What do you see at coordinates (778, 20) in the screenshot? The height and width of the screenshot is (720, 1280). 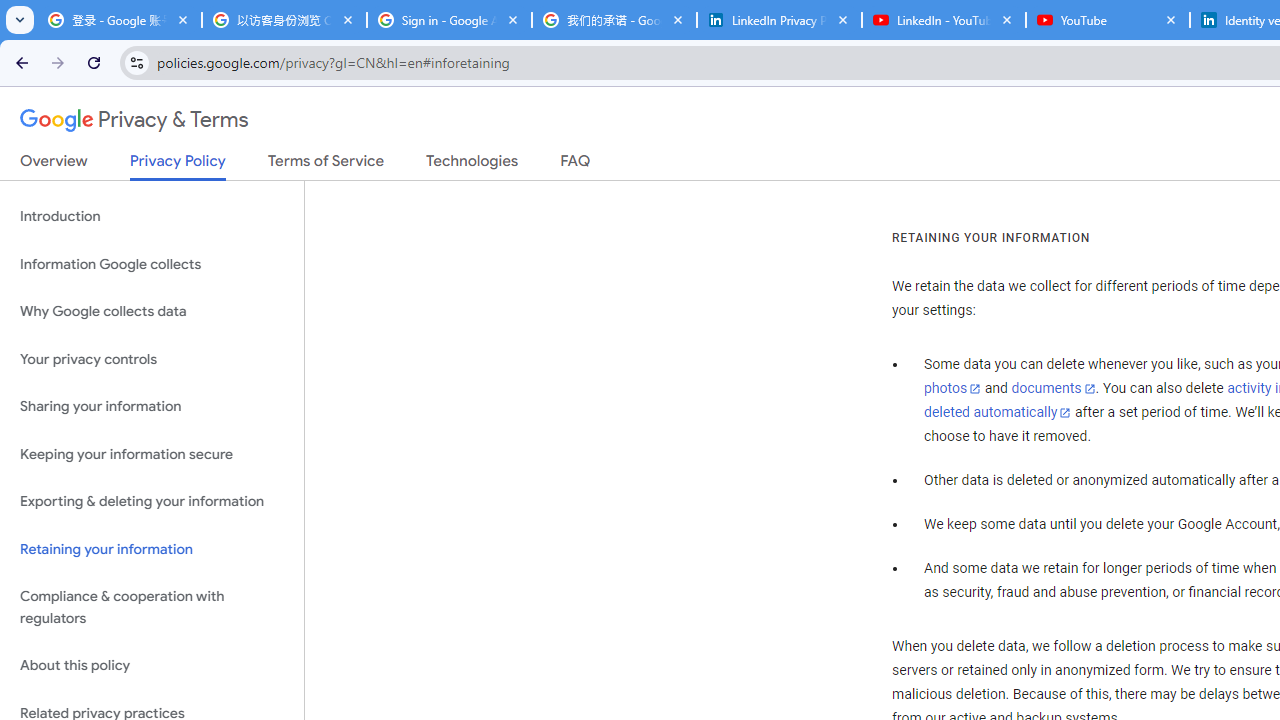 I see `'LinkedIn Privacy Policy'` at bounding box center [778, 20].